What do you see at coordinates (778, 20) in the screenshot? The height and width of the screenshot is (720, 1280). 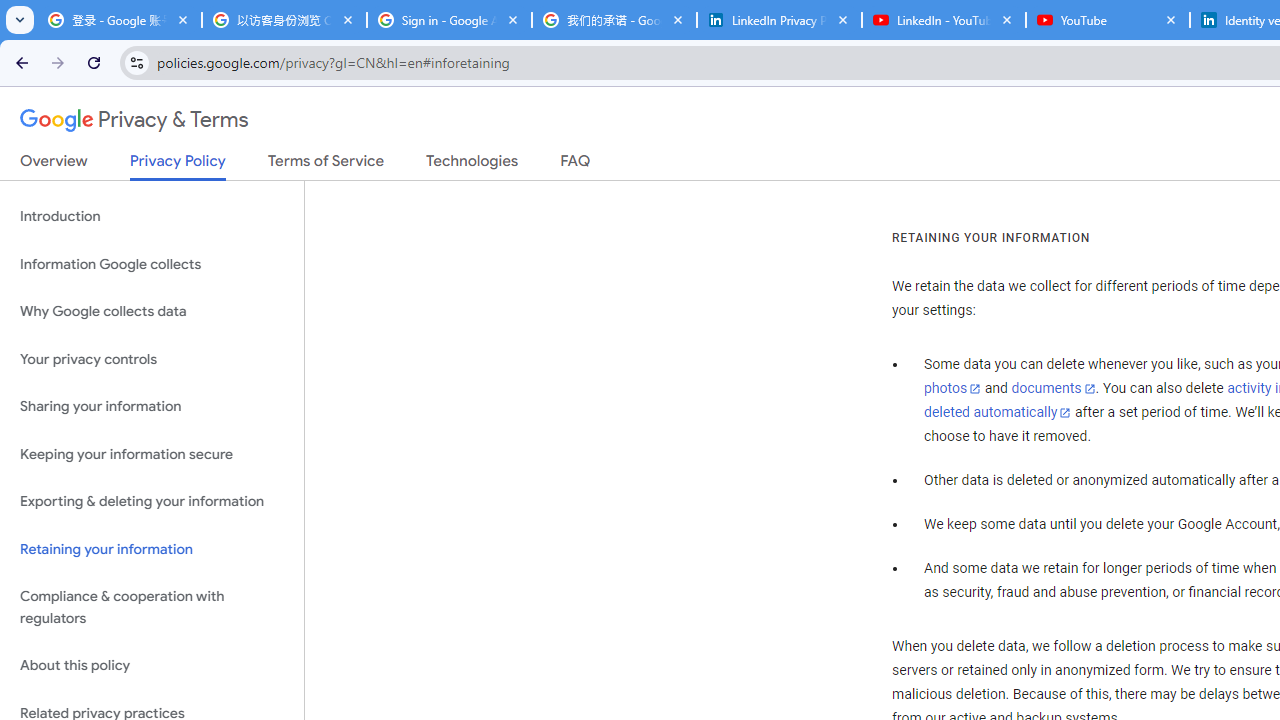 I see `'LinkedIn Privacy Policy'` at bounding box center [778, 20].